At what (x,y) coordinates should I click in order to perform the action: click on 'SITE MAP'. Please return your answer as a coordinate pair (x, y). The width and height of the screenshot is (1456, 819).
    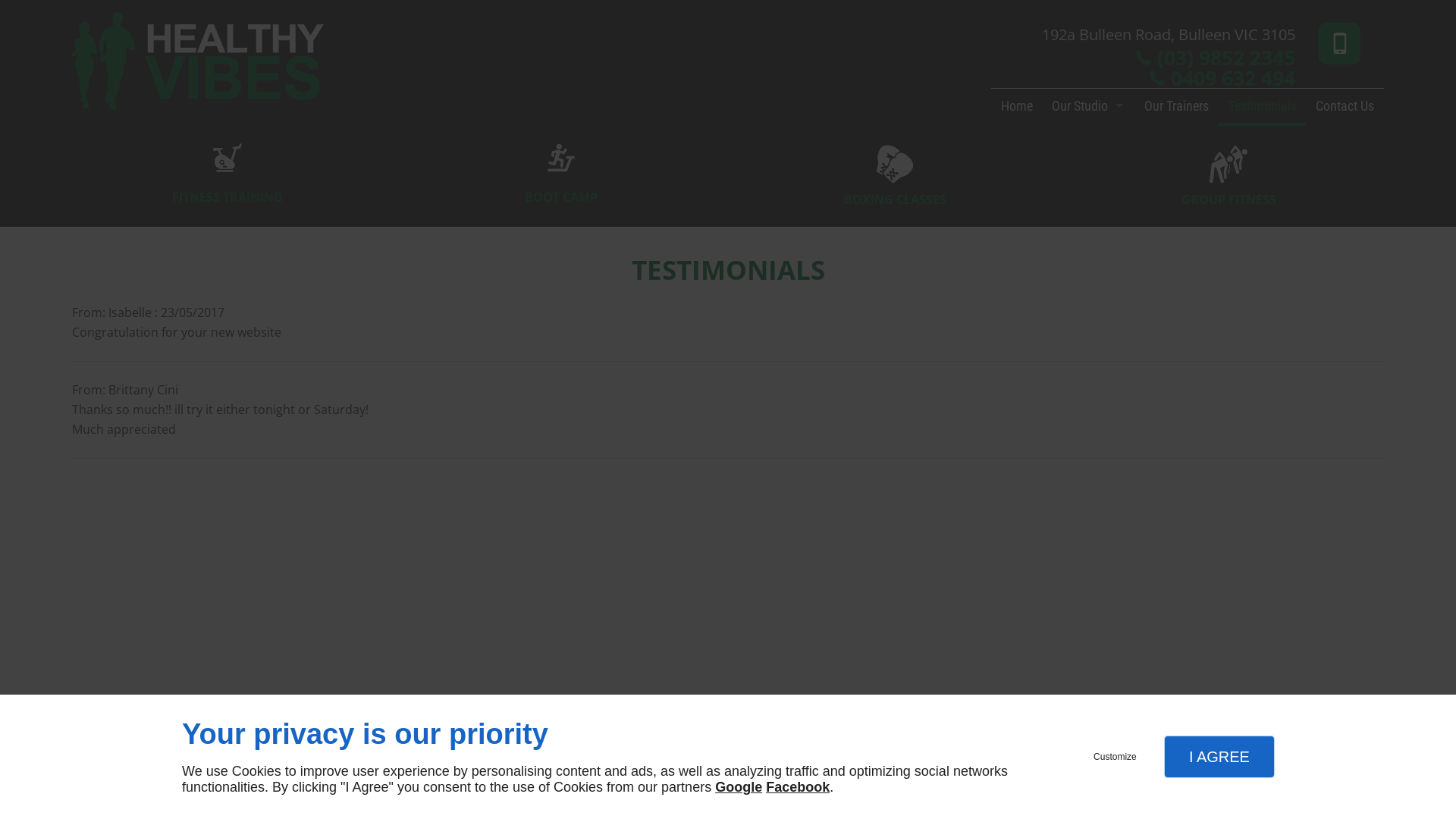
    Looking at the image, I should click on (1363, 787).